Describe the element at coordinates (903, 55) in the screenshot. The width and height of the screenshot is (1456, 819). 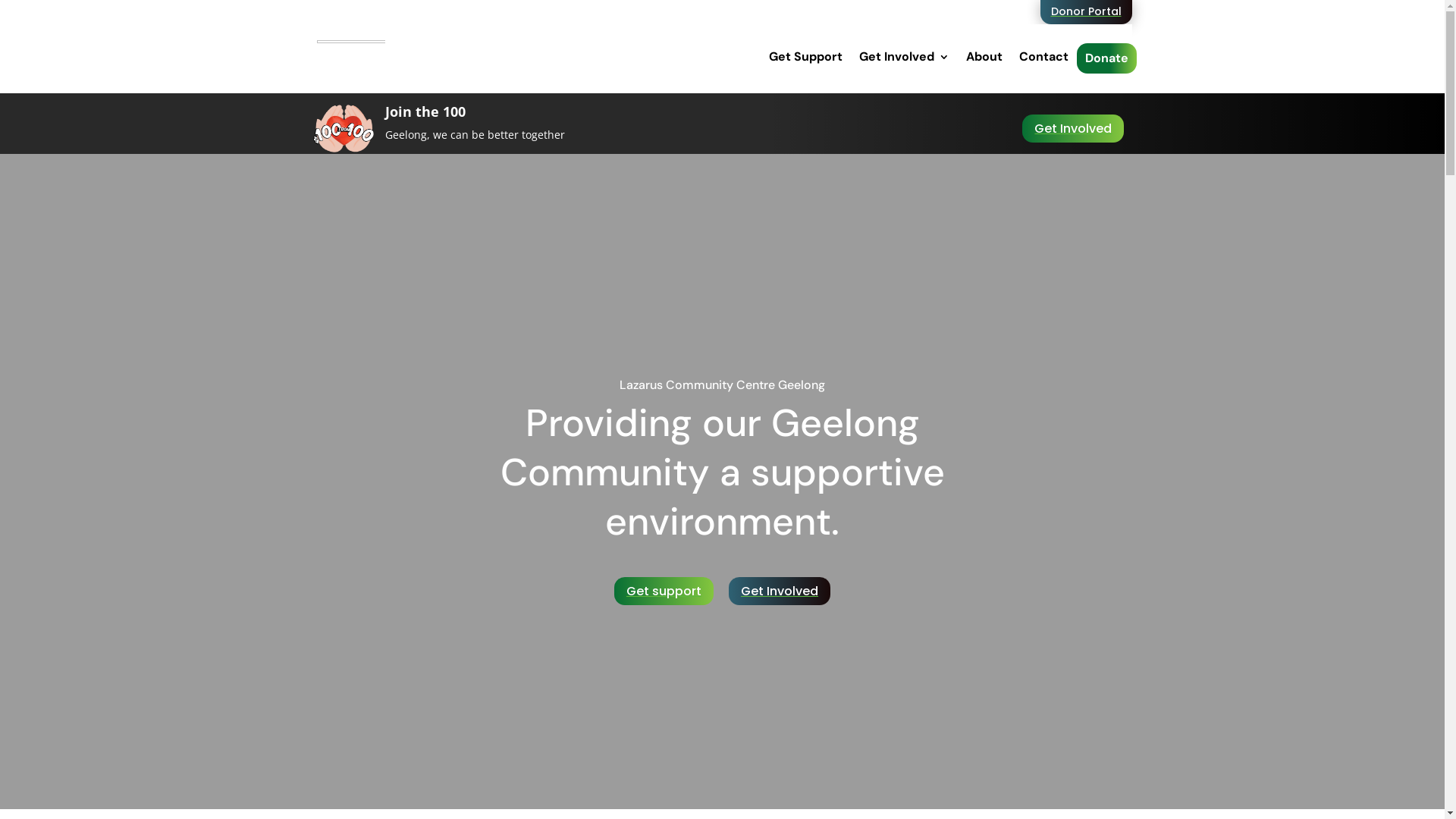
I see `'Get Involved'` at that location.